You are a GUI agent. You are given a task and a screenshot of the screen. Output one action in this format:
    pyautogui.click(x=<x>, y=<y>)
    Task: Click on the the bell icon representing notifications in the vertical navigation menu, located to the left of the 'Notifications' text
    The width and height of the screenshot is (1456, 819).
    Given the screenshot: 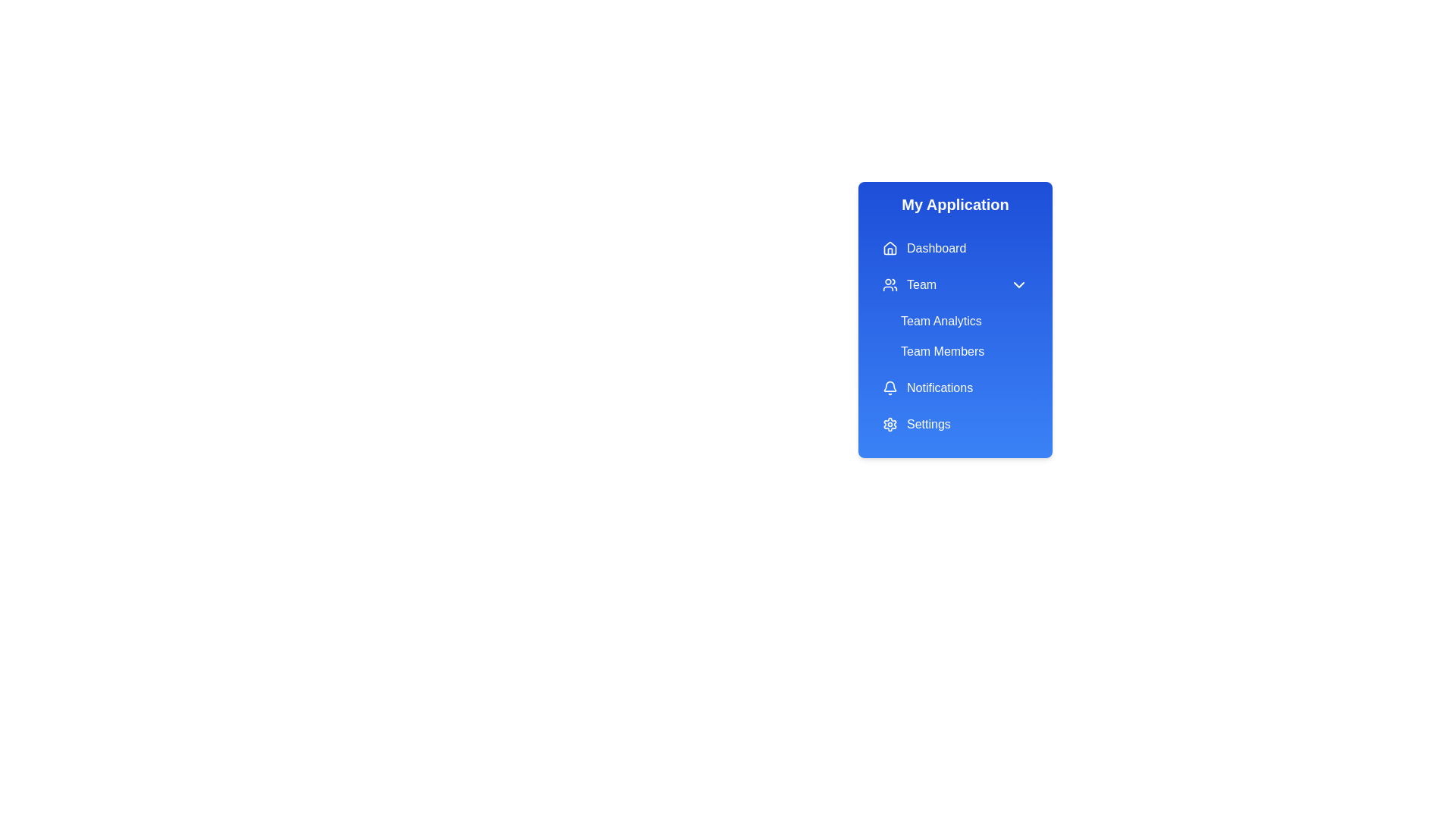 What is the action you would take?
    pyautogui.click(x=890, y=385)
    